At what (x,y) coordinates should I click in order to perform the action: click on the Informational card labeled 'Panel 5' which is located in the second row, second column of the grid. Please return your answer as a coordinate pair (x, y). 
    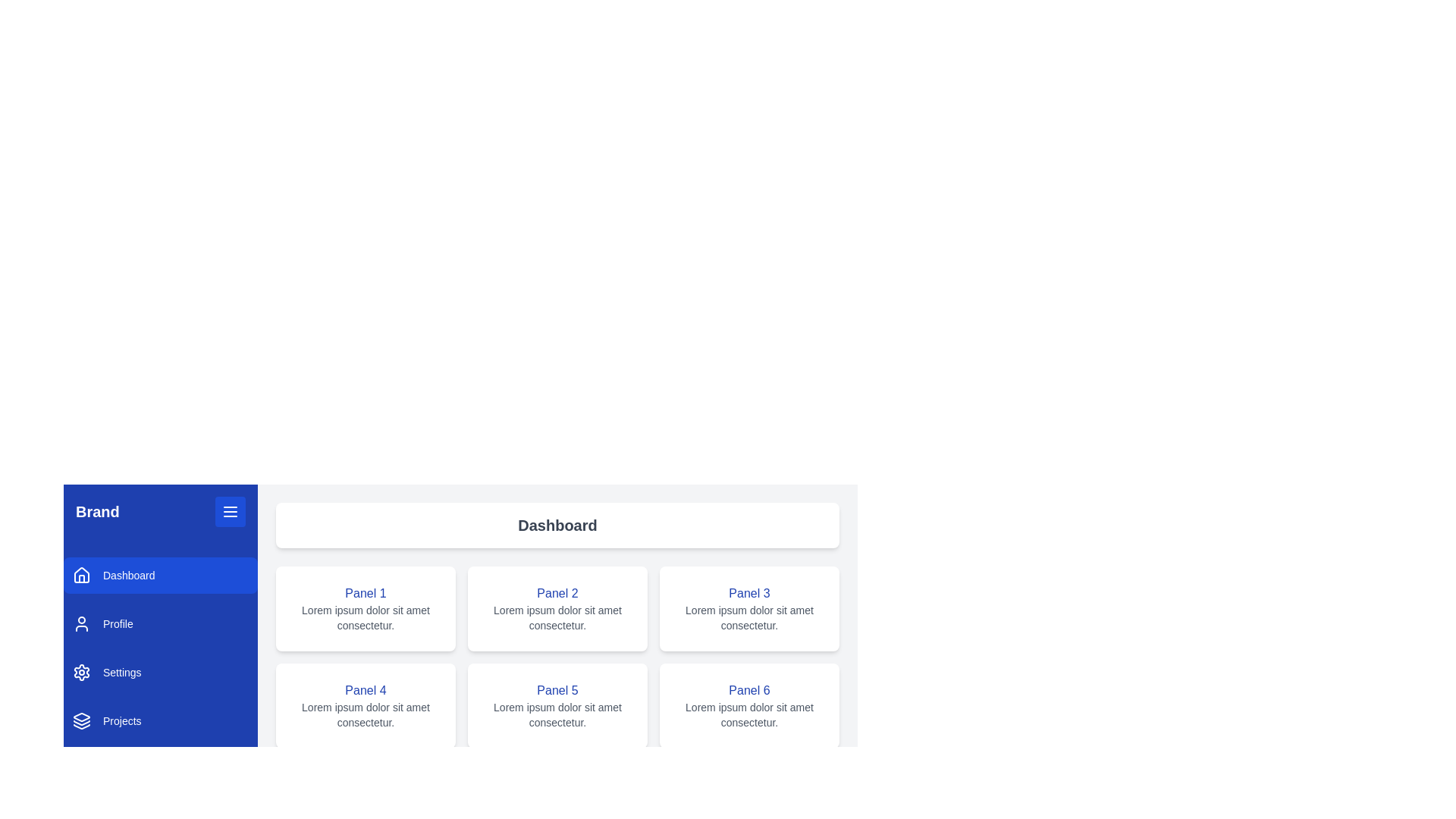
    Looking at the image, I should click on (557, 705).